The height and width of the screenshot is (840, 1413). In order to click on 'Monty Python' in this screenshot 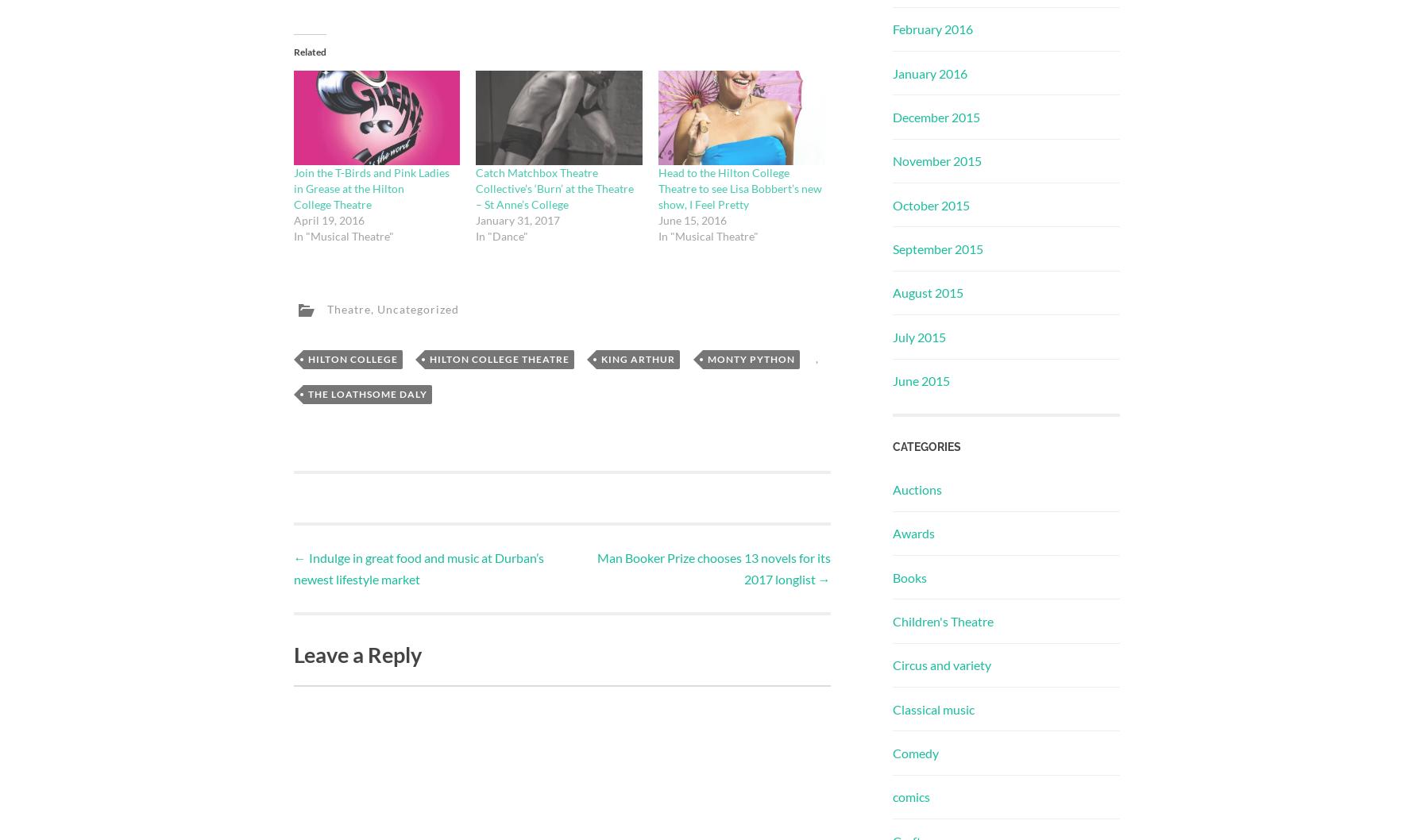, I will do `click(750, 358)`.